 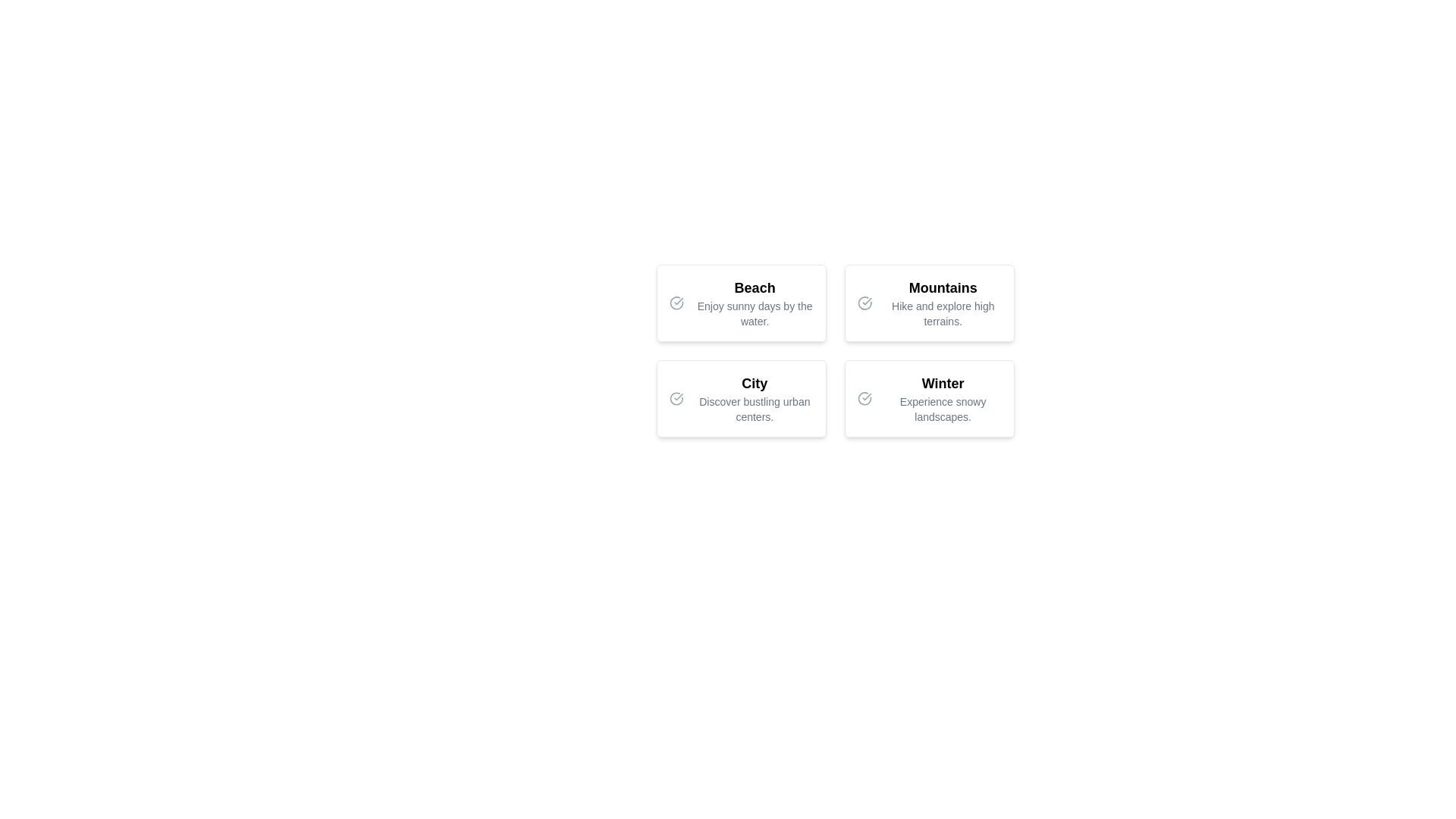 I want to click on descriptive text label providing additional information about the 'Beach' option, which is located below the header 'Beach' within a rectangular card in the upper-left quadrant of a 2x2 grid layout, so click(x=755, y=312).